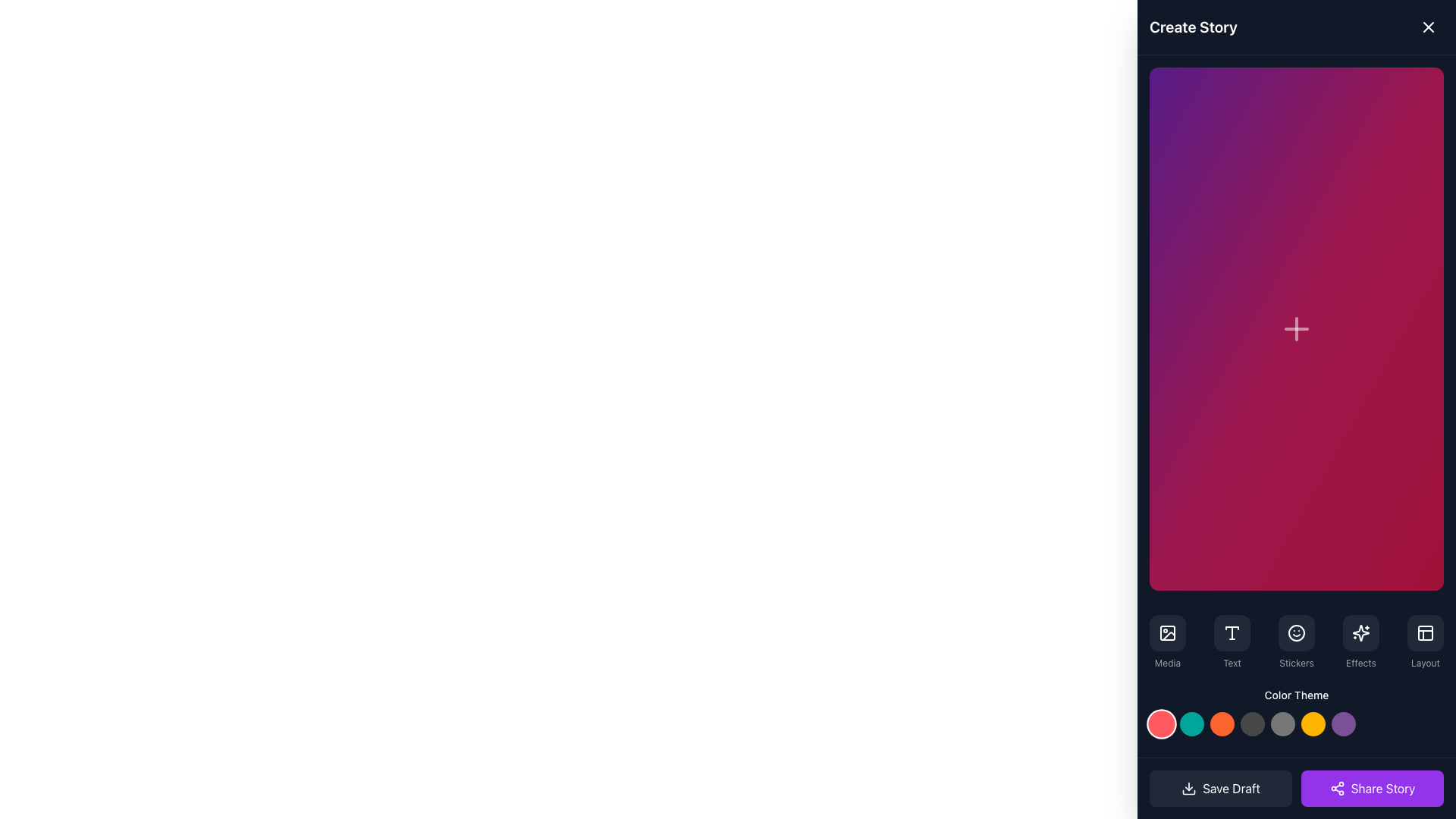 This screenshot has width=1456, height=819. Describe the element at coordinates (1295, 632) in the screenshot. I see `the circular icon with a smiling face outlined by a white border` at that location.